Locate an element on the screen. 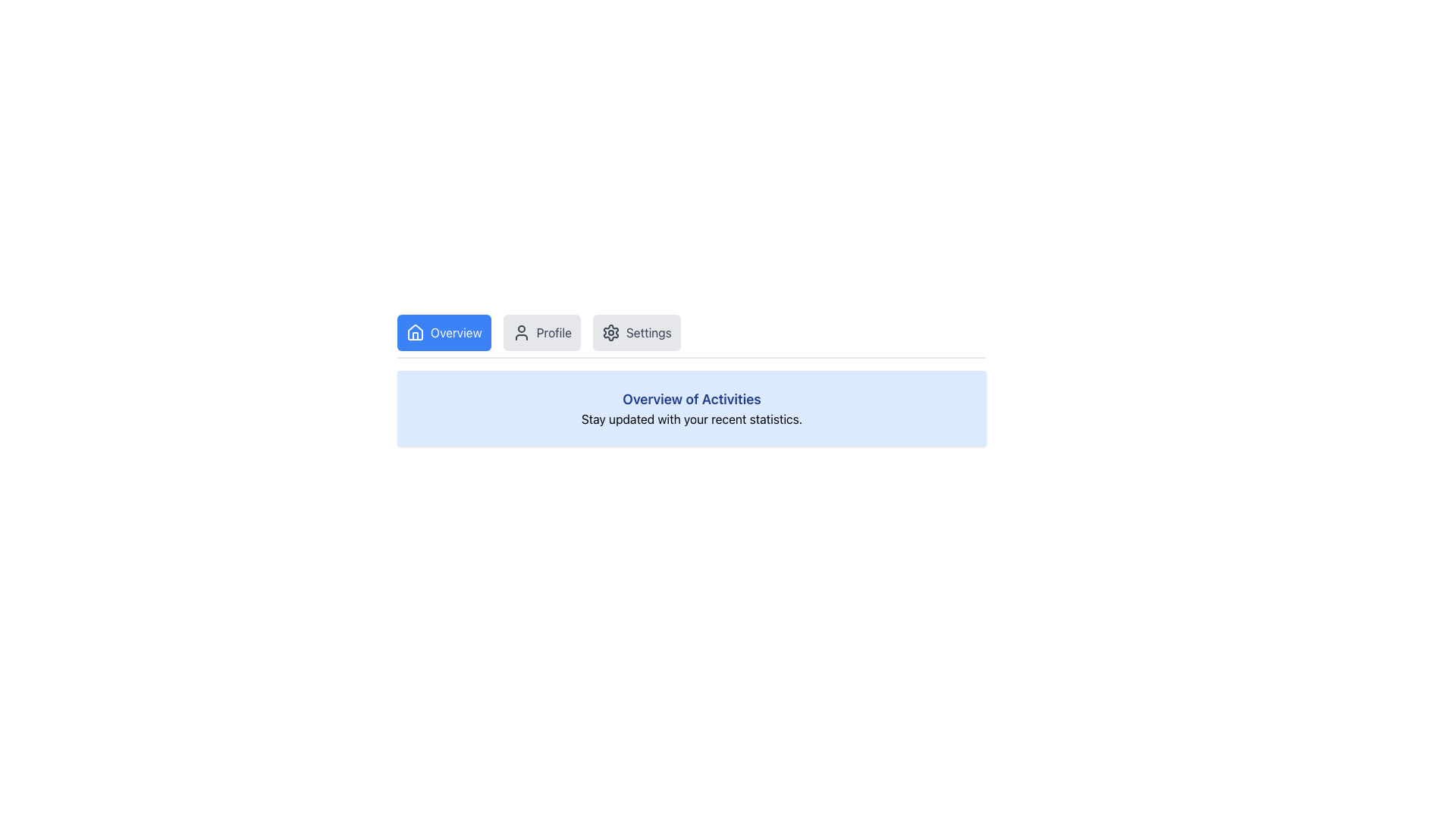 Image resolution: width=1456 pixels, height=819 pixels. the text label that indicates the settings section of the application, located within the third button of a horizontal navigation bar, adjacent to a gear icon is located at coordinates (648, 332).